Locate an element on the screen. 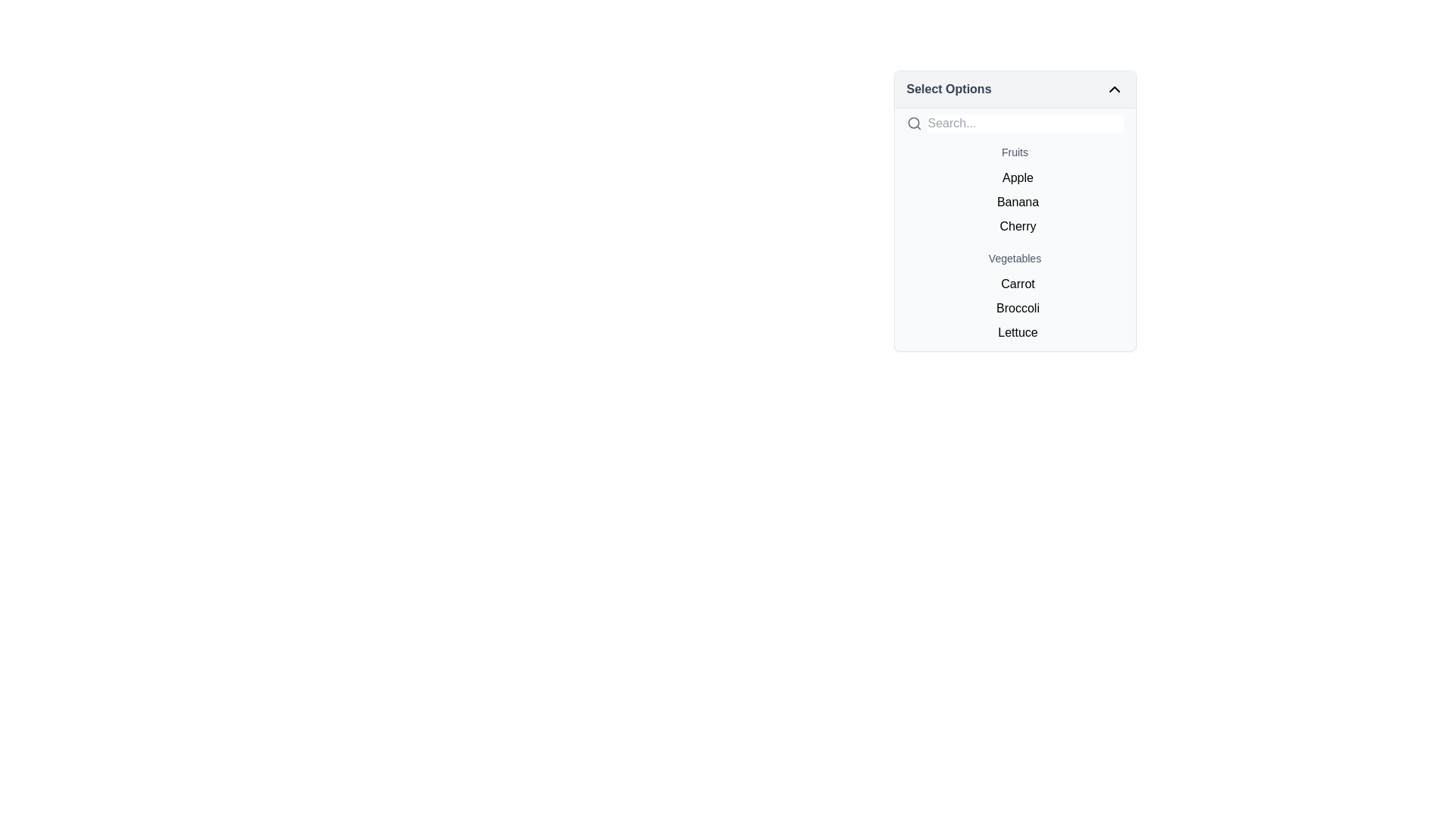  the dropdown menu element displaying 'Fruits' options including 'Apple', 'Banana', and 'Cherry' is located at coordinates (1015, 198).